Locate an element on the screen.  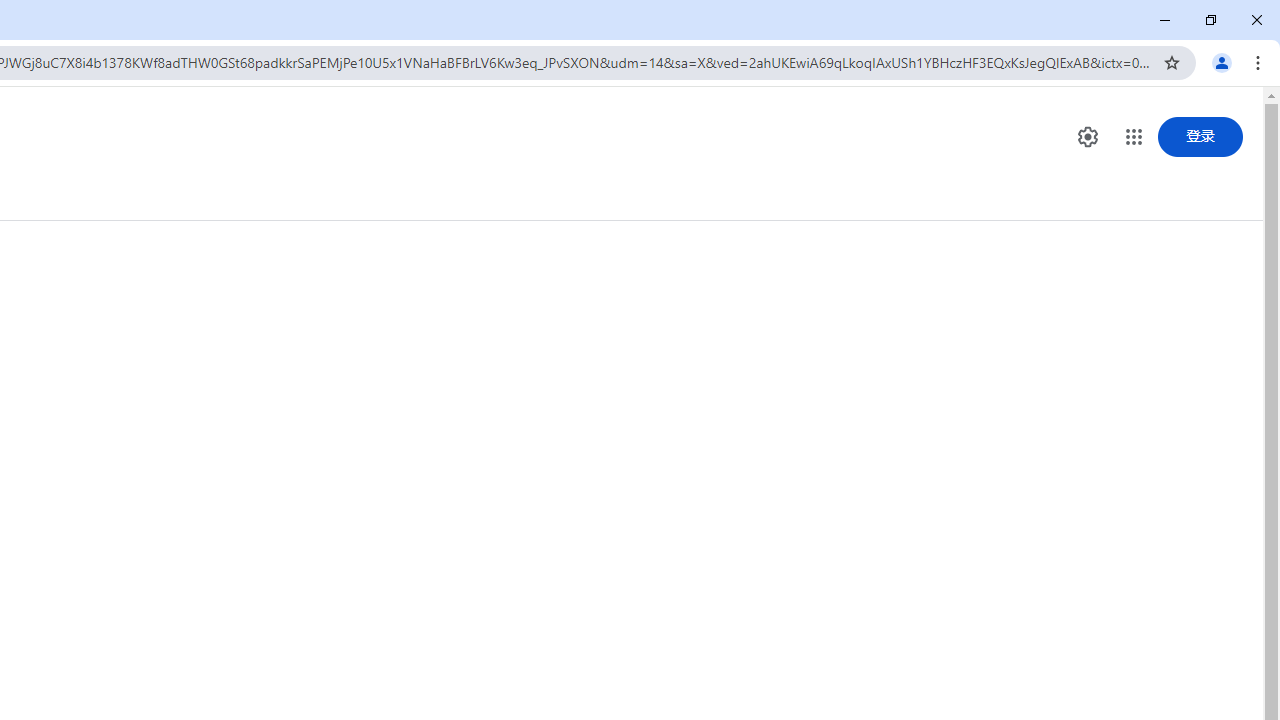
'Close' is located at coordinates (1255, 20).